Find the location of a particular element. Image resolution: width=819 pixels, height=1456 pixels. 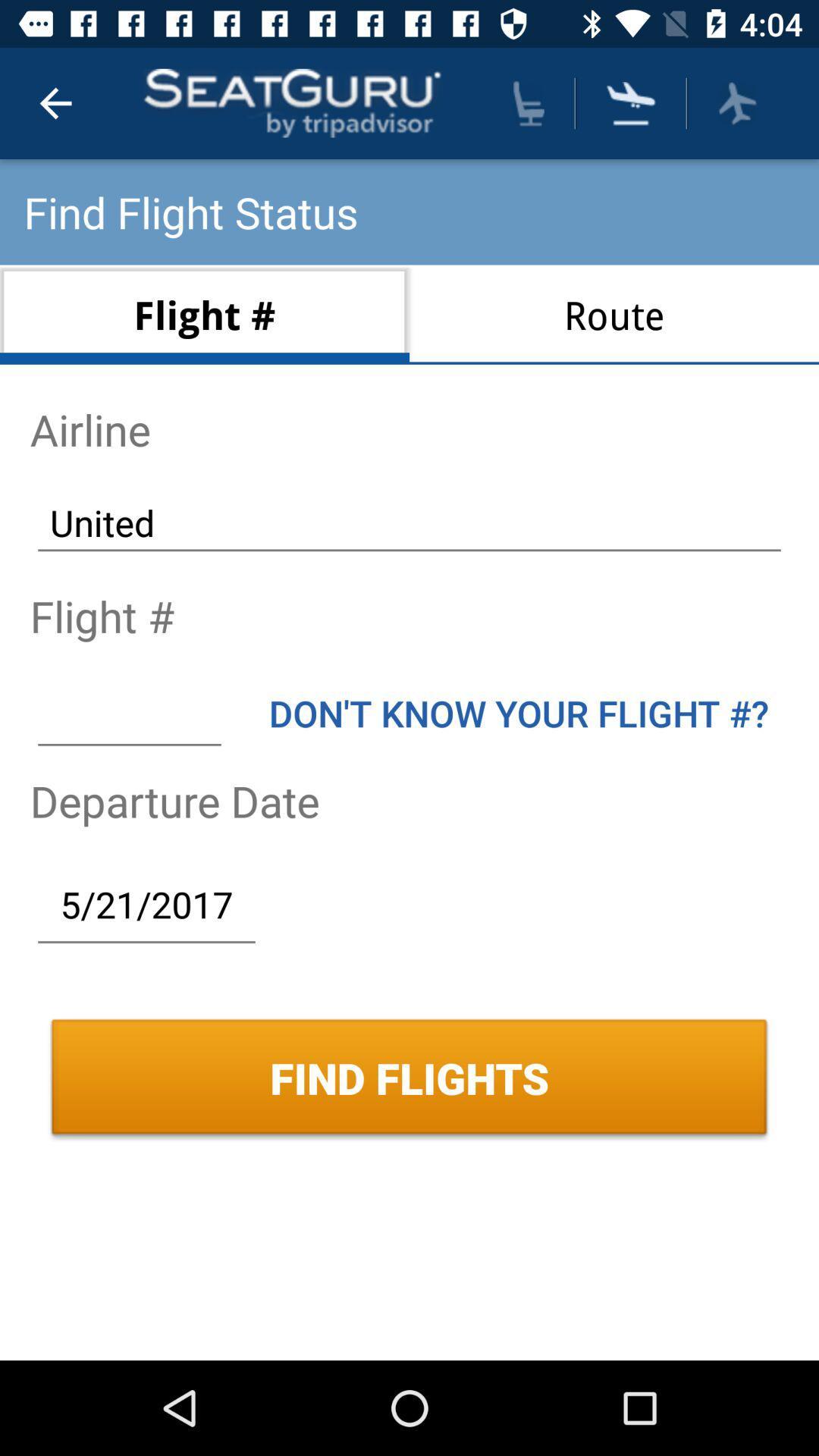

item below the 5/21/2017 is located at coordinates (409, 1077).